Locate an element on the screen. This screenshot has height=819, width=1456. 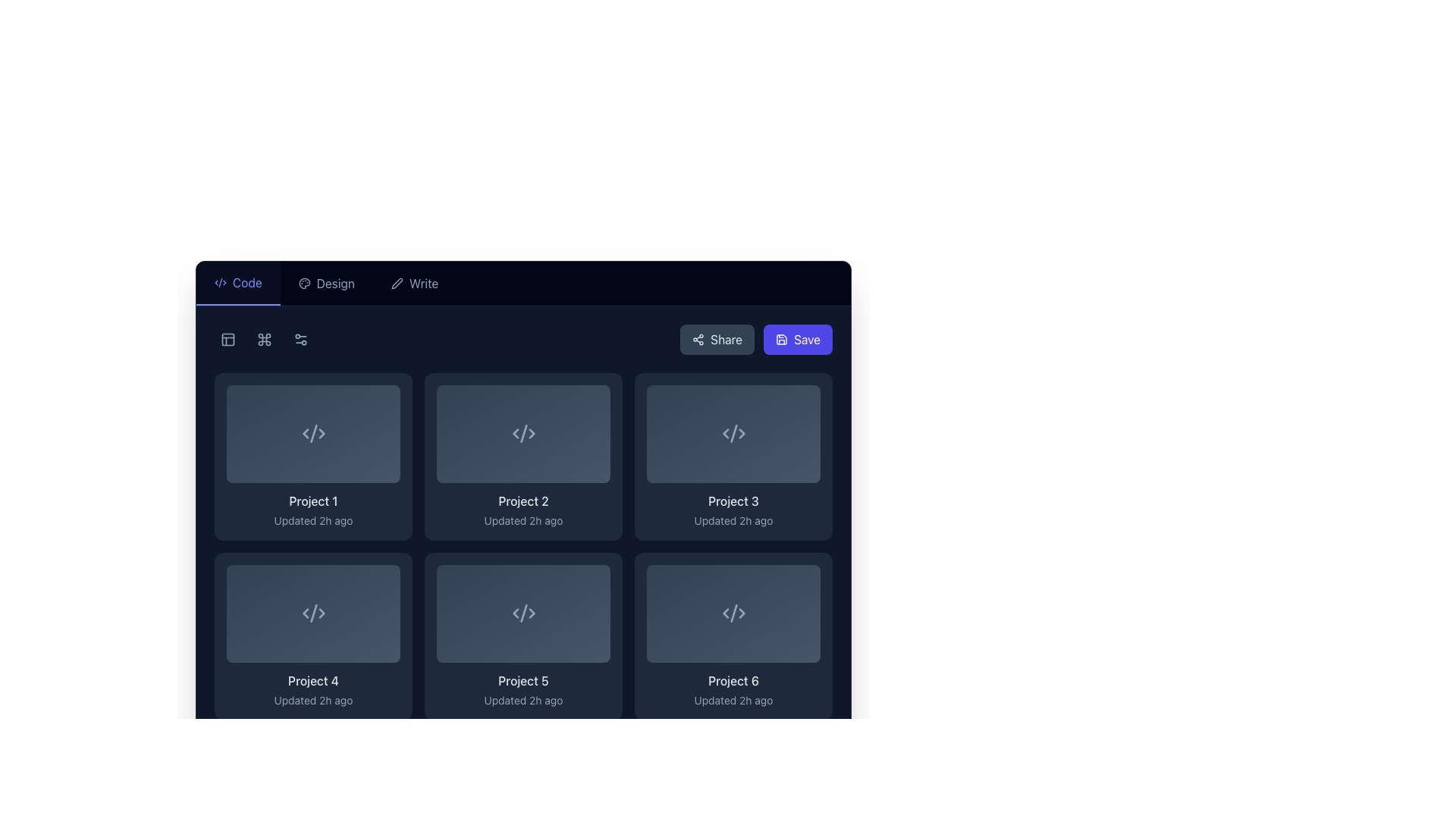
the SVG icon representing code within the card labeled 'Project 5' is located at coordinates (523, 613).